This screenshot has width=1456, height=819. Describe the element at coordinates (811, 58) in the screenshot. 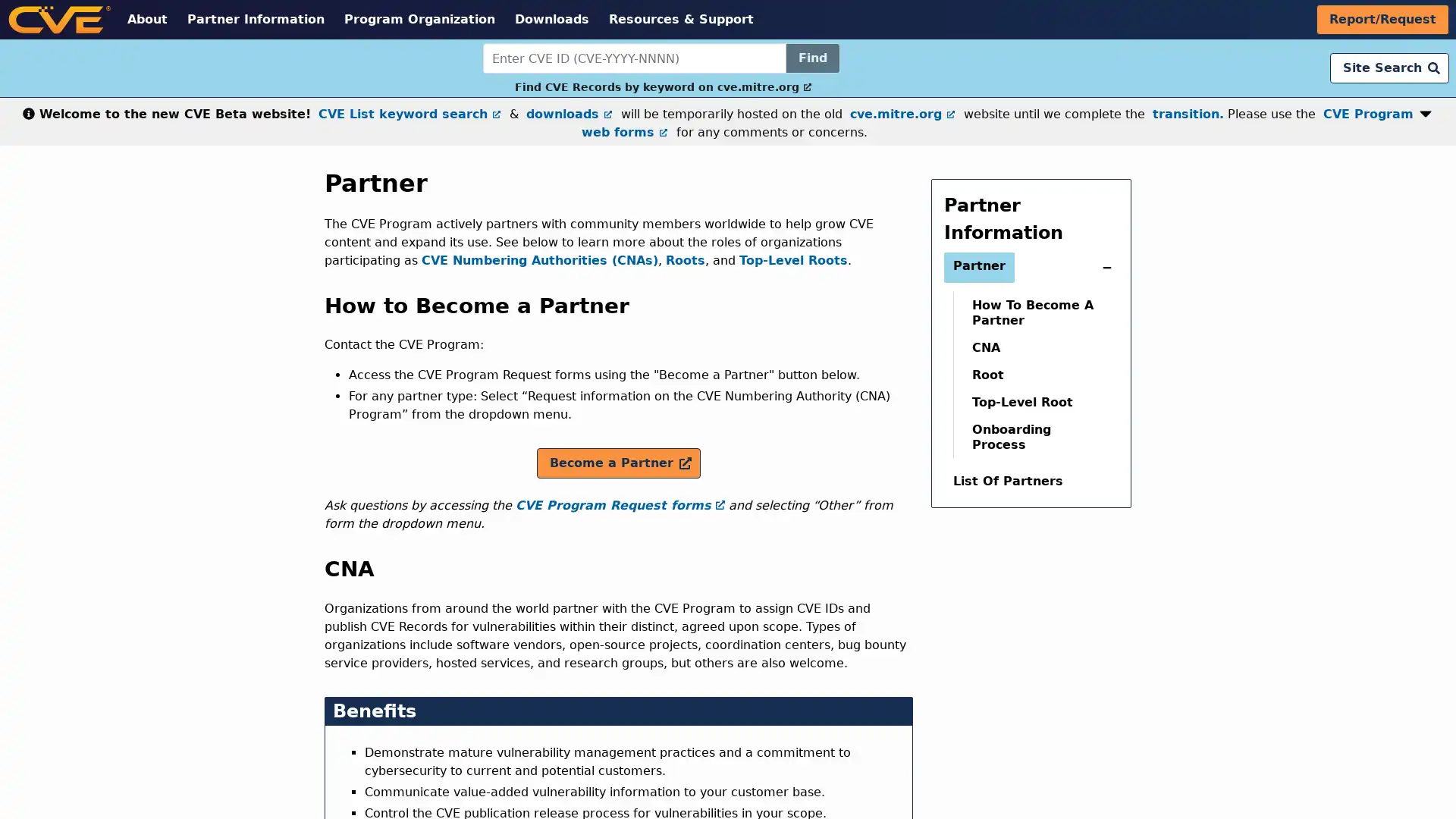

I see `Find` at that location.